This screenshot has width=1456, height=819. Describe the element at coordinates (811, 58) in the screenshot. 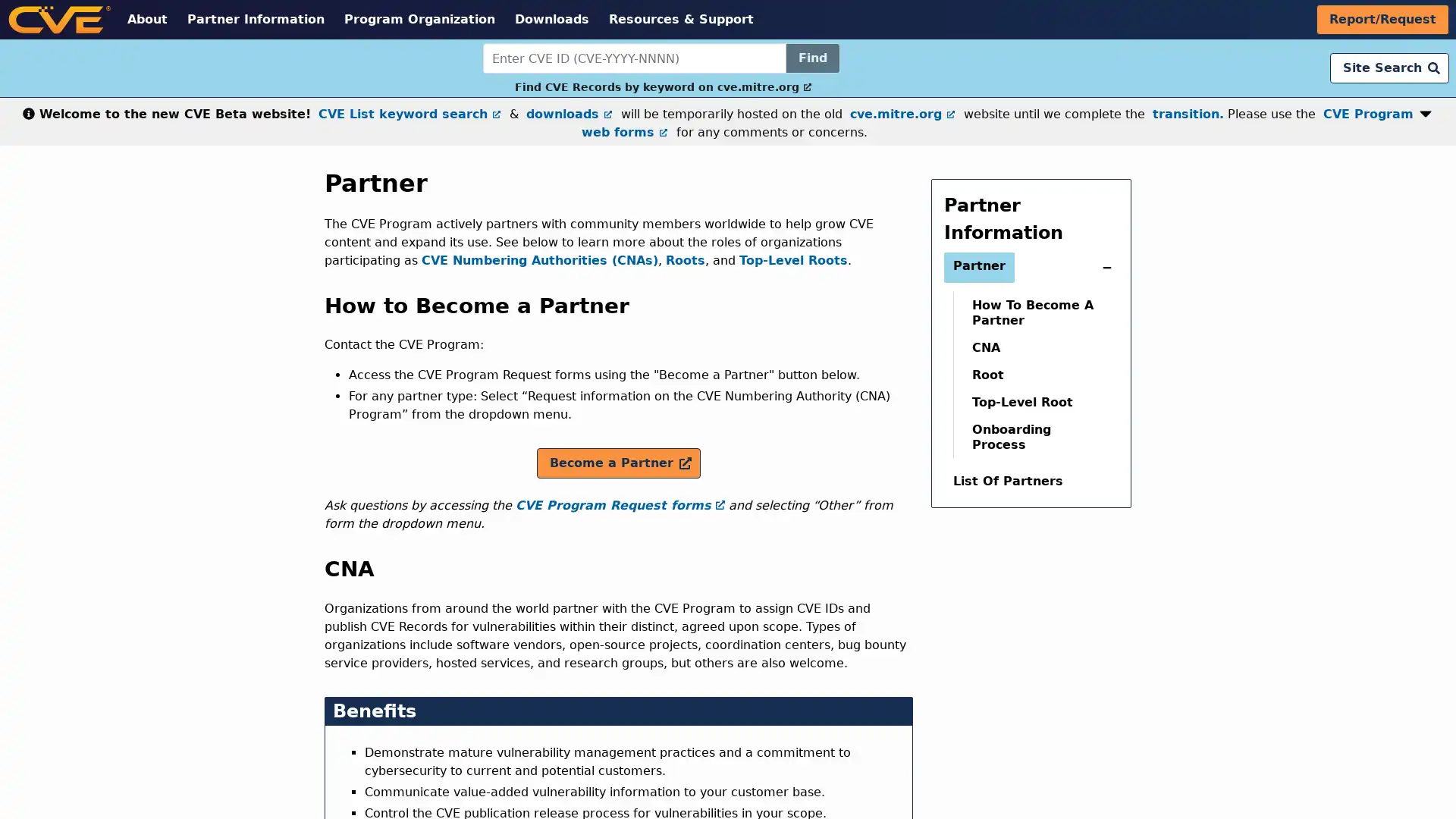

I see `Find` at that location.